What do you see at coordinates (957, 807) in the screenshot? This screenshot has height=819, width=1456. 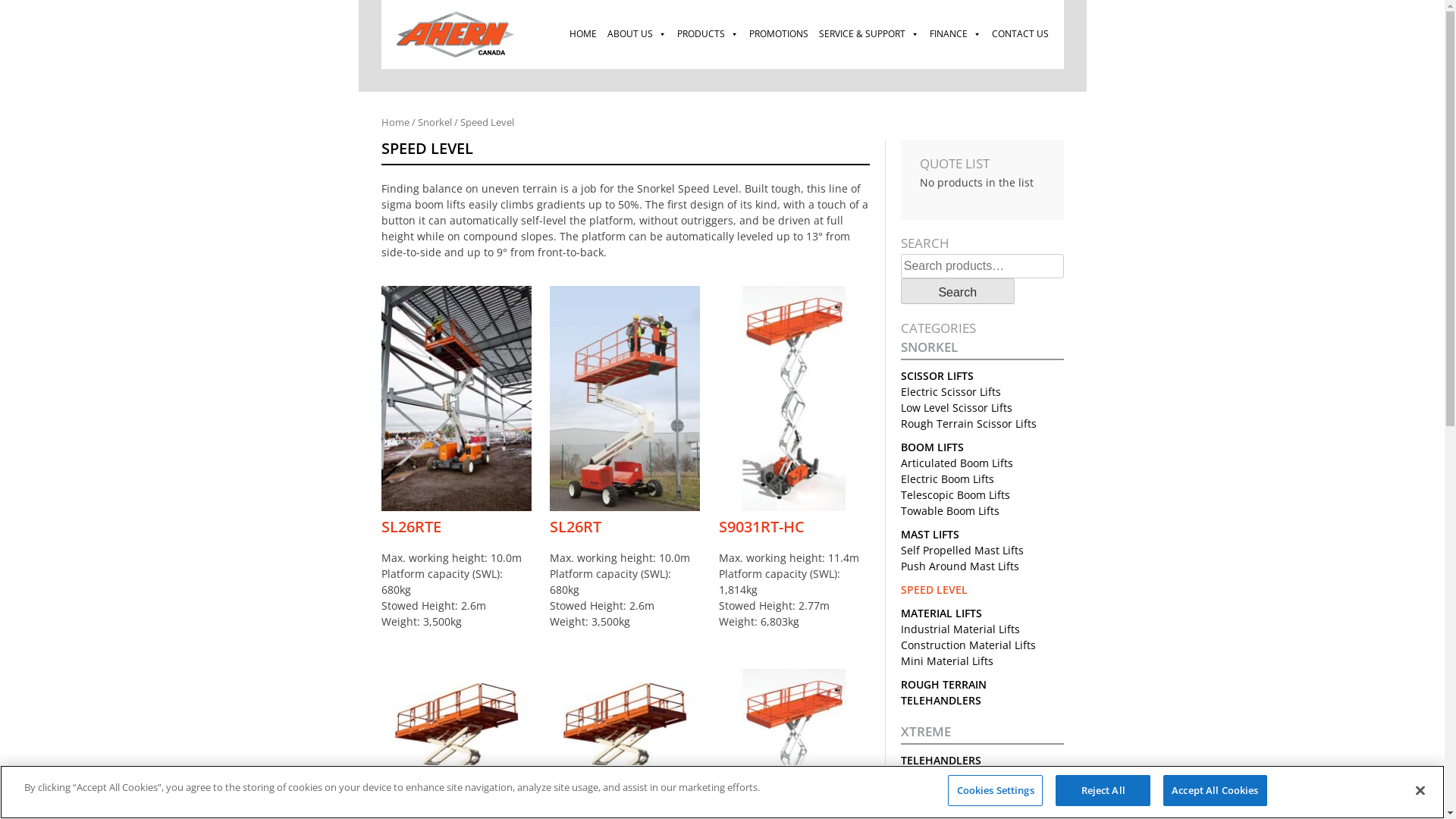 I see `'High Pivot Roller Boom'` at bounding box center [957, 807].